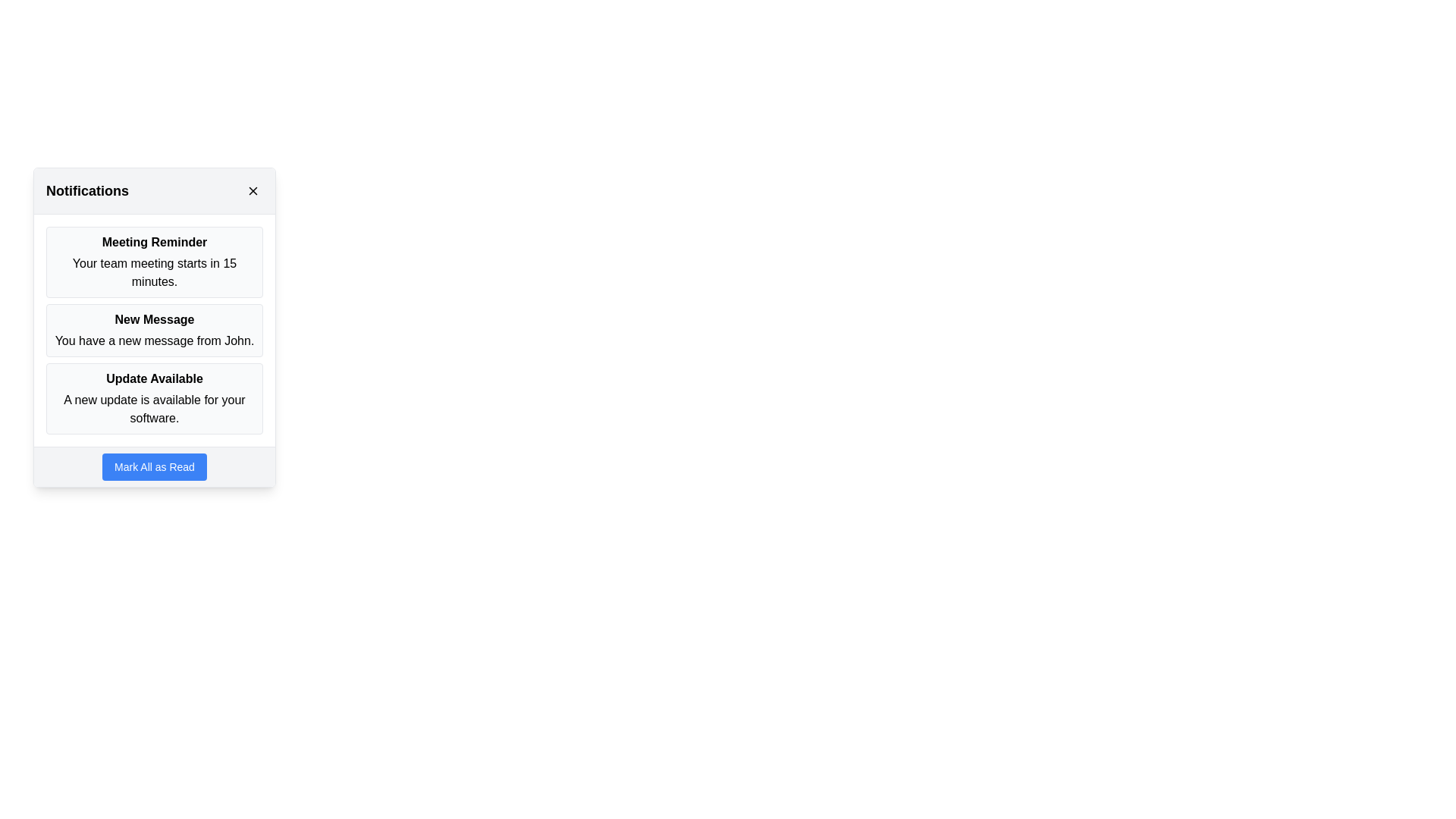 This screenshot has width=1456, height=819. What do you see at coordinates (154, 465) in the screenshot?
I see `the button located at the bottom of the notifications panel to mark all notifications as read` at bounding box center [154, 465].